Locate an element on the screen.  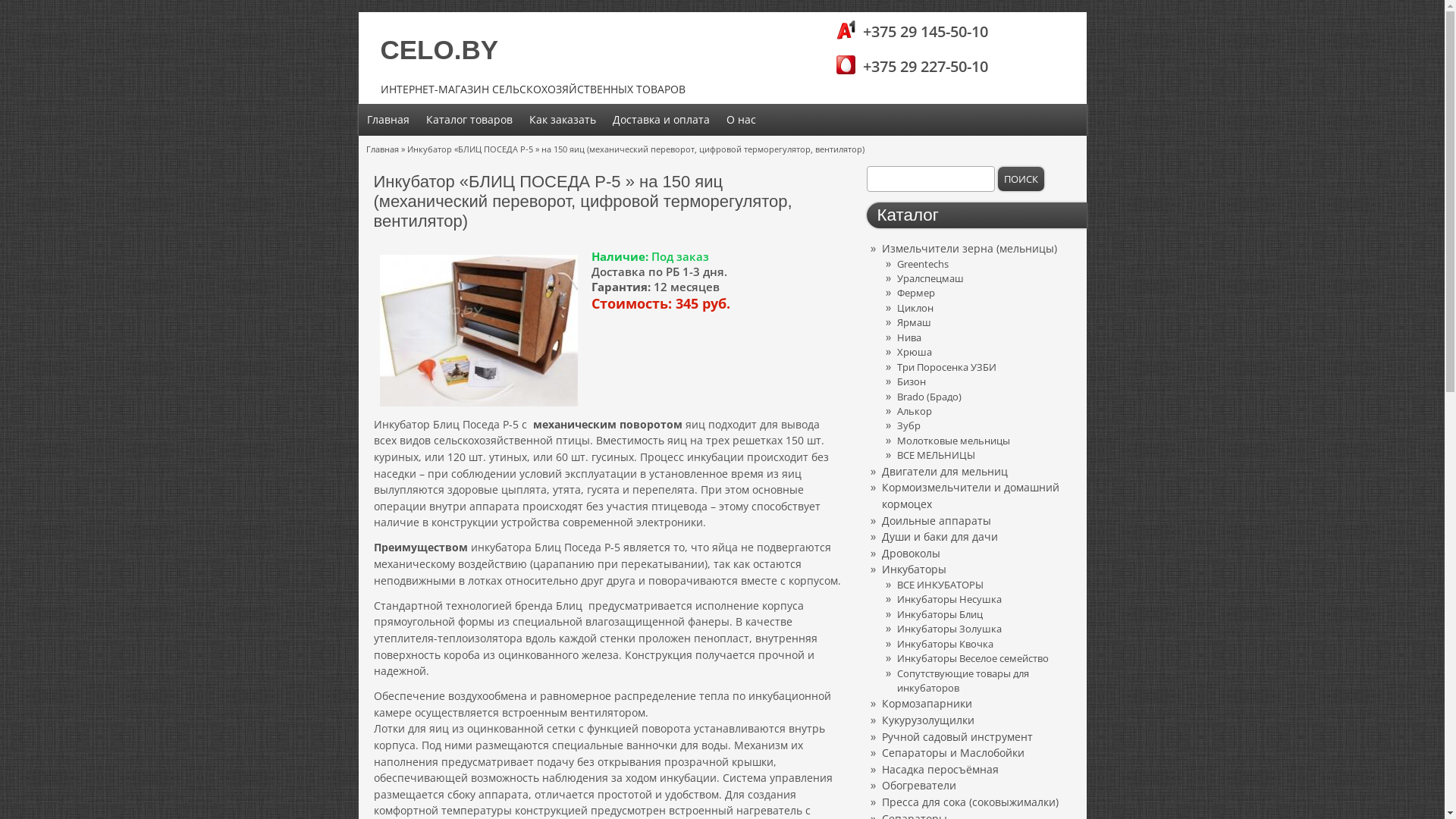
'+375 29 227-50-10' is located at coordinates (914, 66).